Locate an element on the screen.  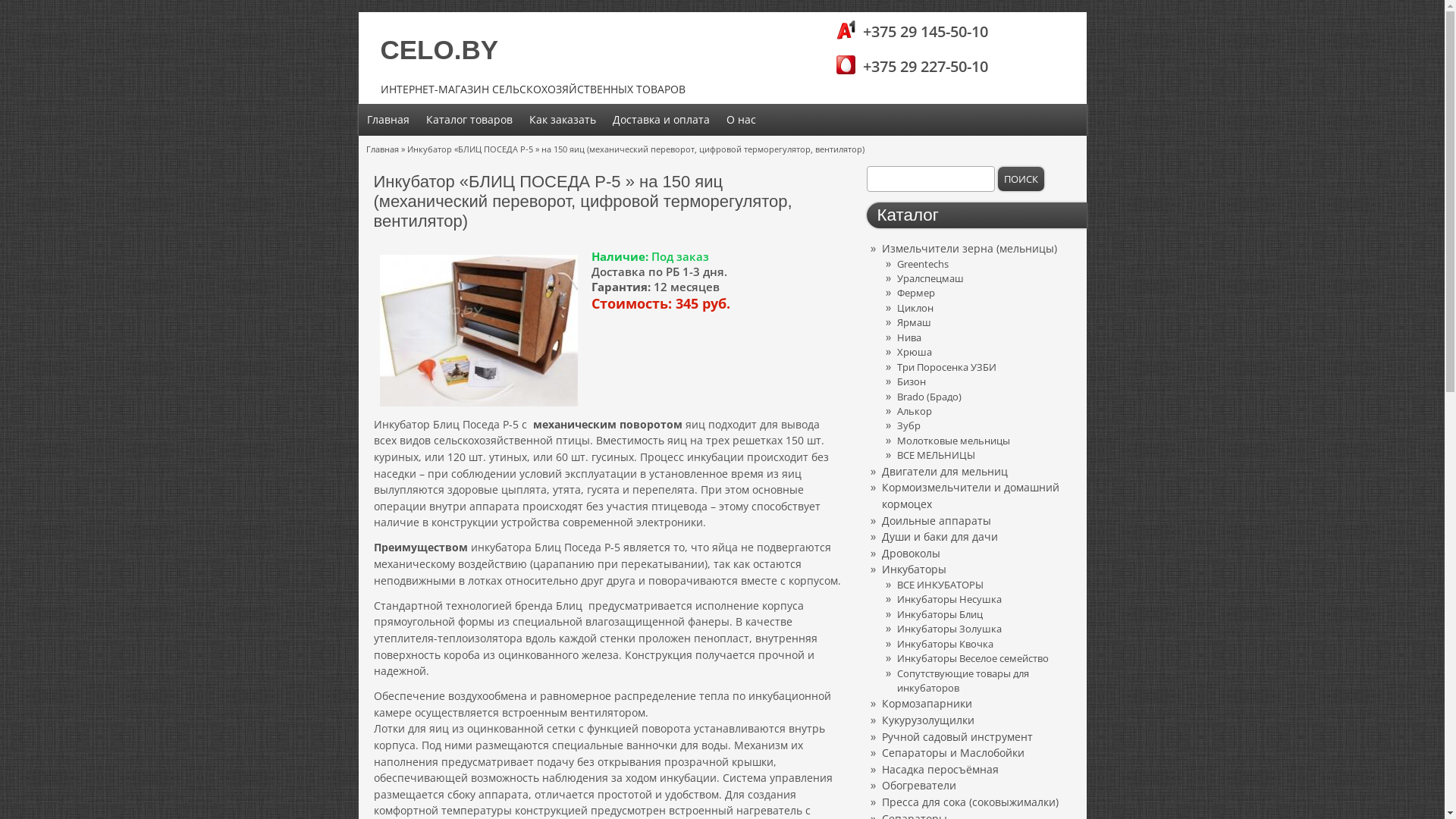
'+375 29 227-50-10' is located at coordinates (914, 66).